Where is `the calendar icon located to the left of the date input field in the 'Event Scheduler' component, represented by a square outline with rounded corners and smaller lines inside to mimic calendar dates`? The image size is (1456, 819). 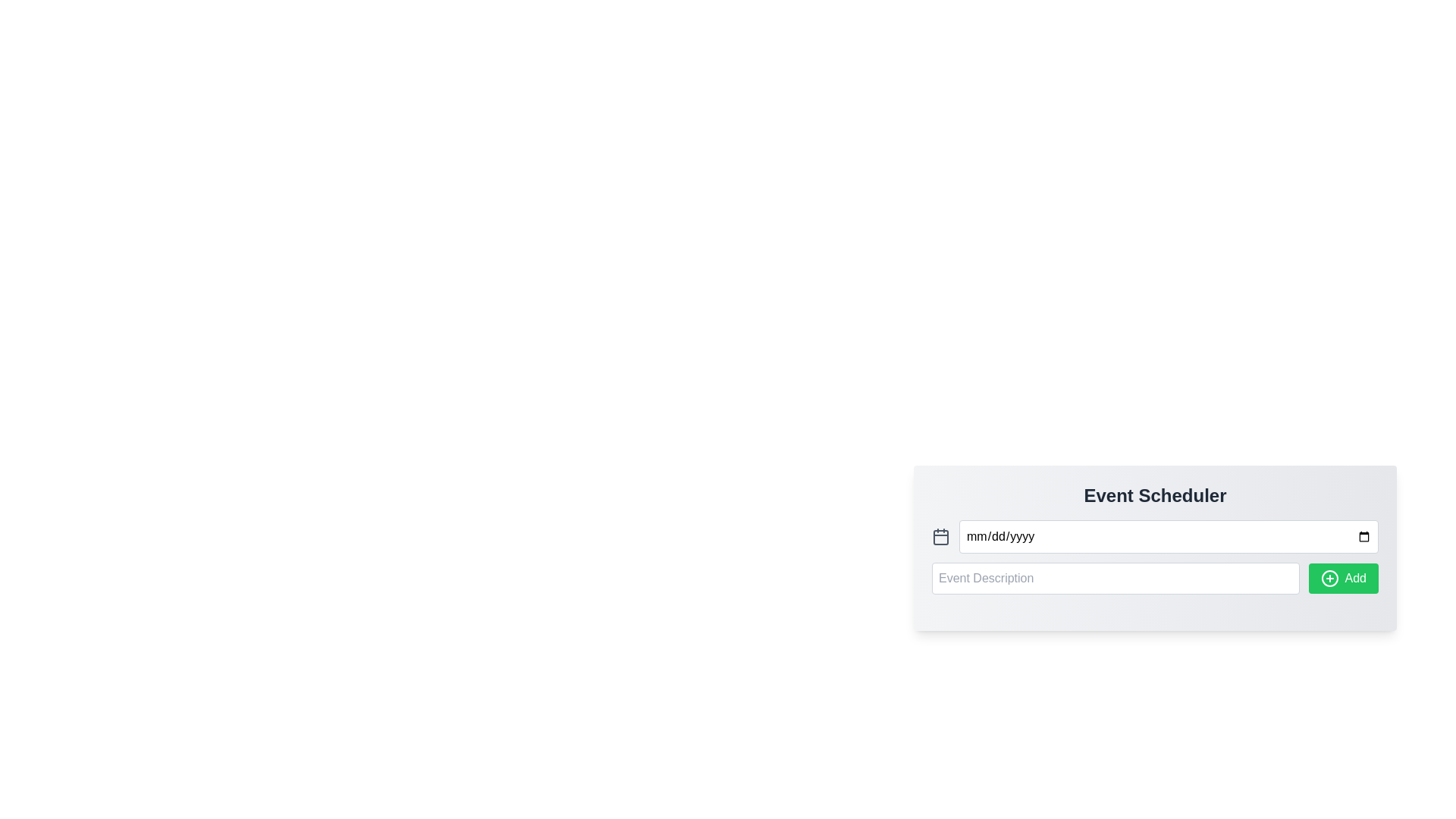 the calendar icon located to the left of the date input field in the 'Event Scheduler' component, represented by a square outline with rounded corners and smaller lines inside to mimic calendar dates is located at coordinates (940, 536).